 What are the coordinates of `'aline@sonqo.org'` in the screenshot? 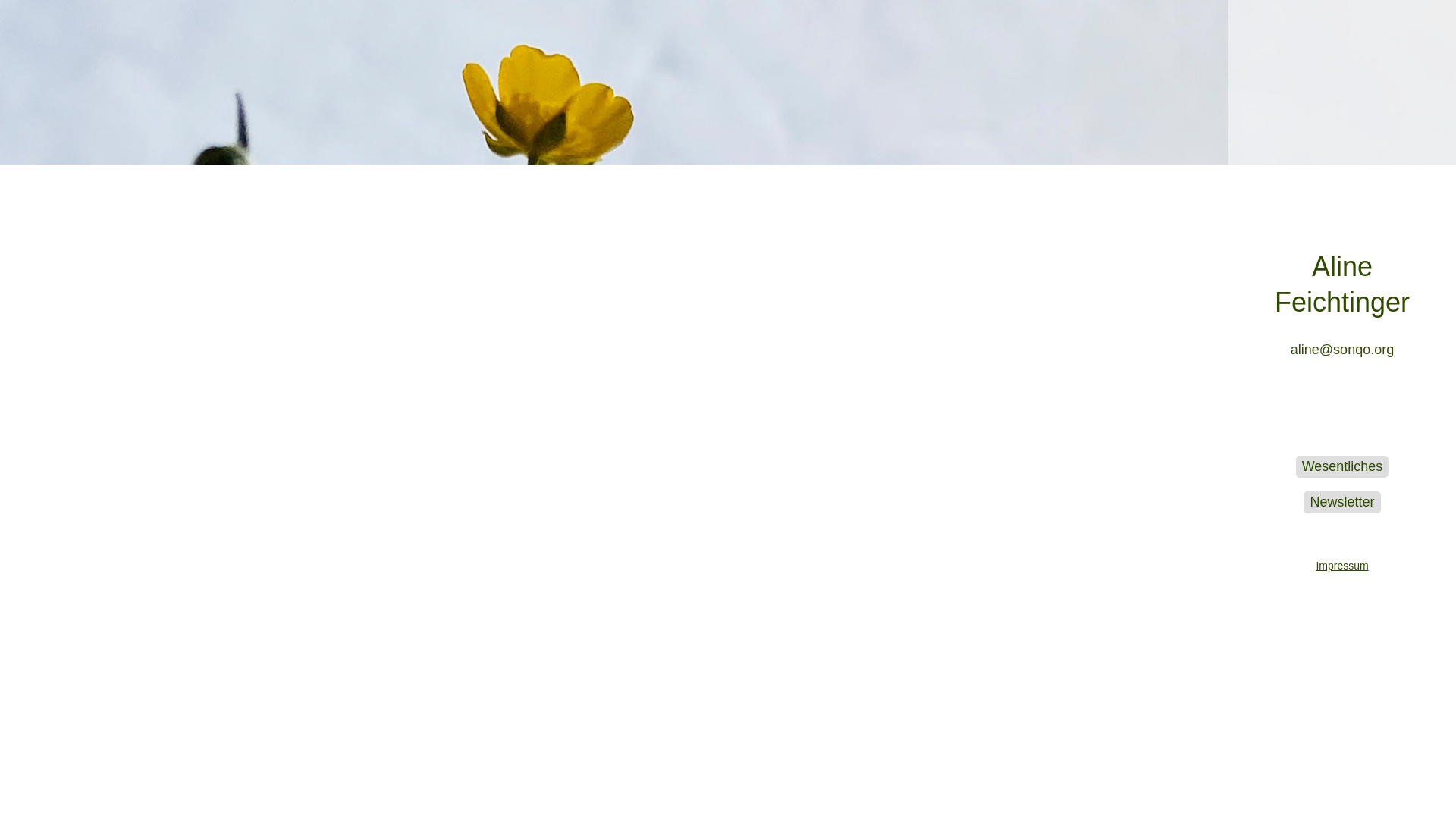 It's located at (1342, 350).